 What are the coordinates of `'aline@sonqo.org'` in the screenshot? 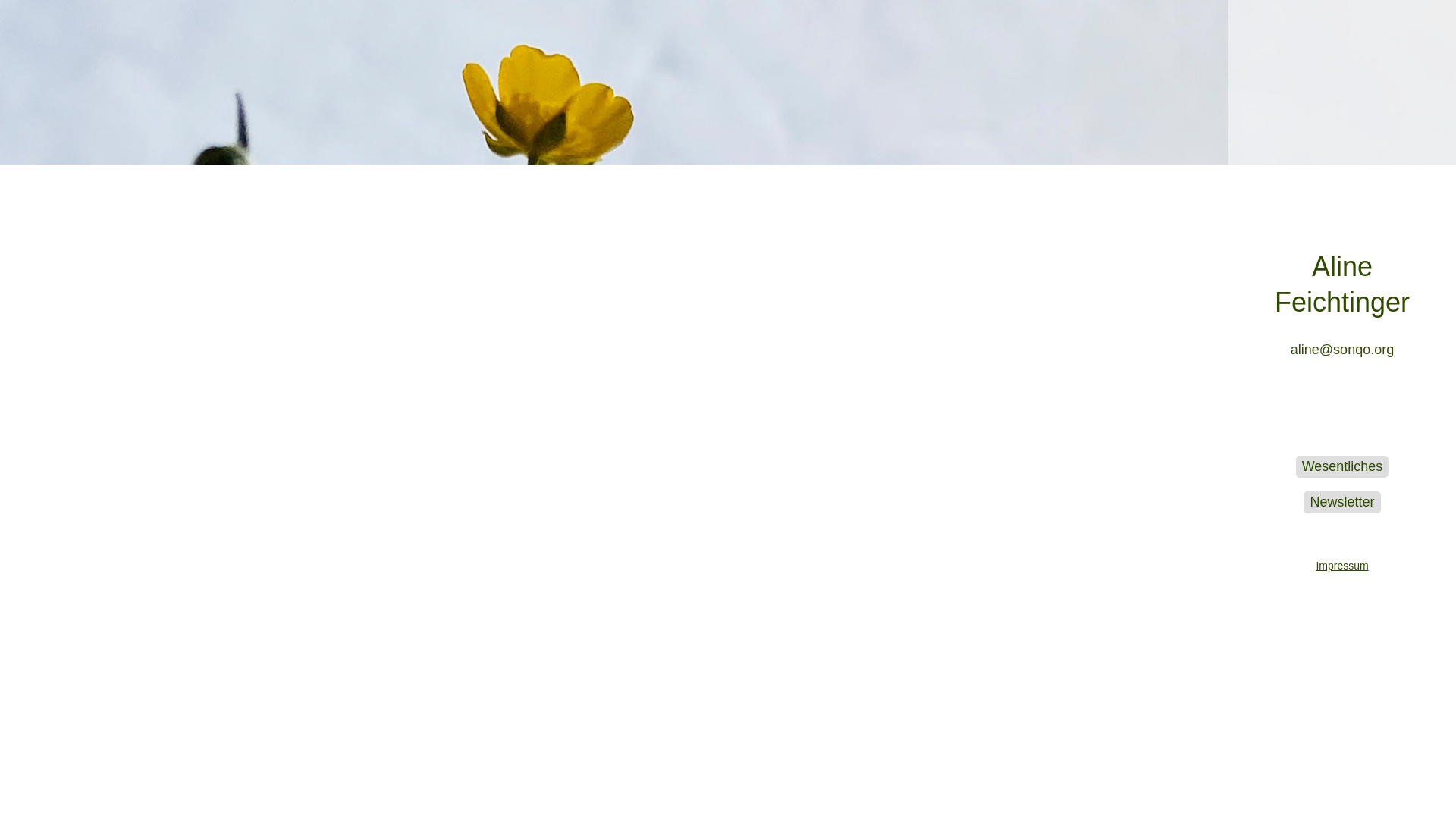 It's located at (1342, 350).